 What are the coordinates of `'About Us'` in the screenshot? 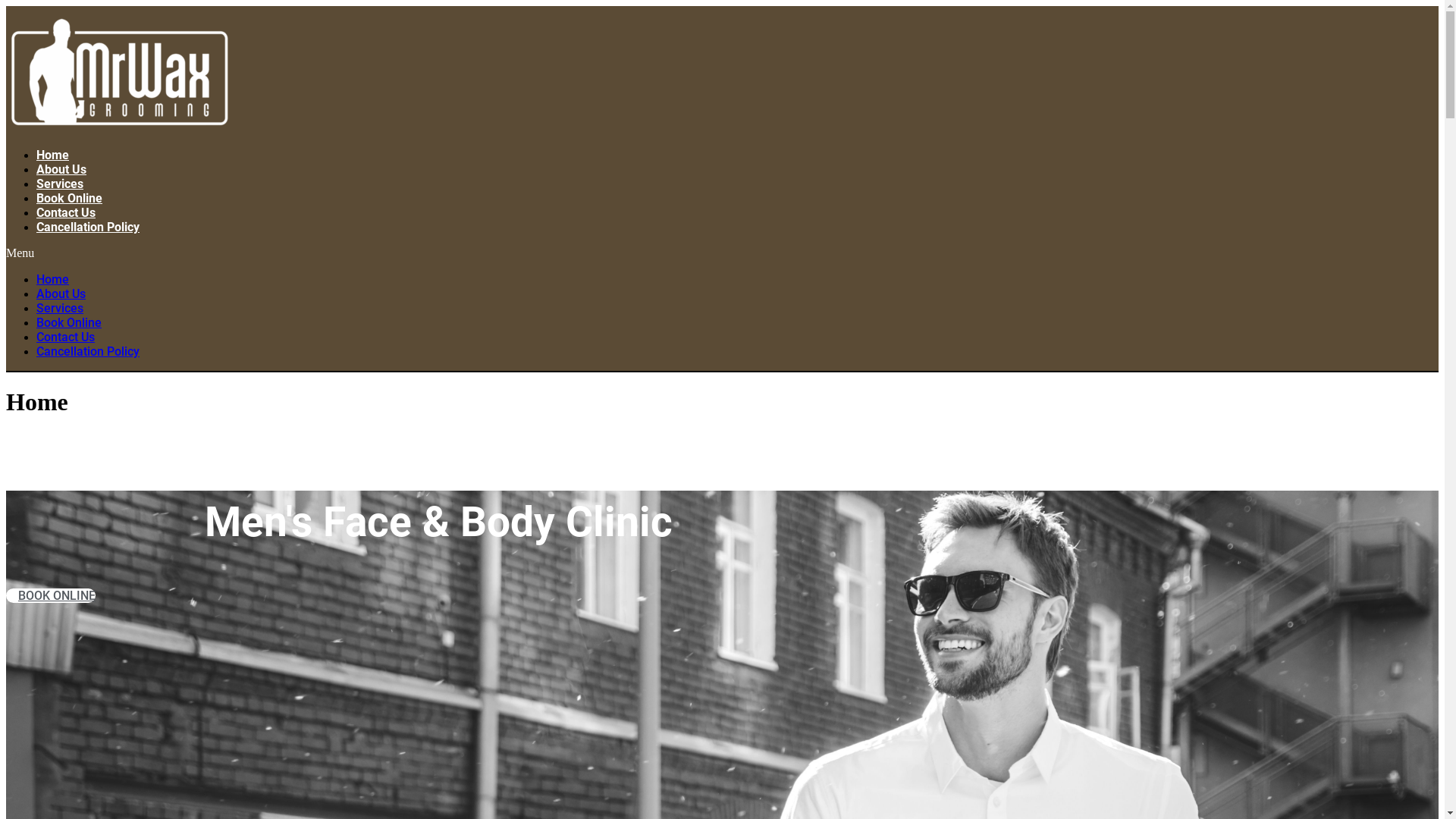 It's located at (61, 169).